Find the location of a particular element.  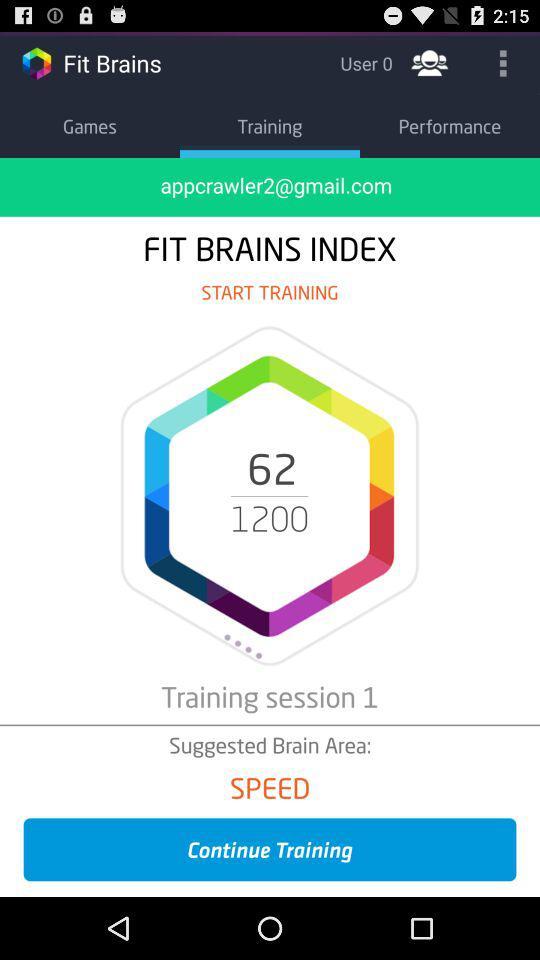

continue training item is located at coordinates (270, 848).